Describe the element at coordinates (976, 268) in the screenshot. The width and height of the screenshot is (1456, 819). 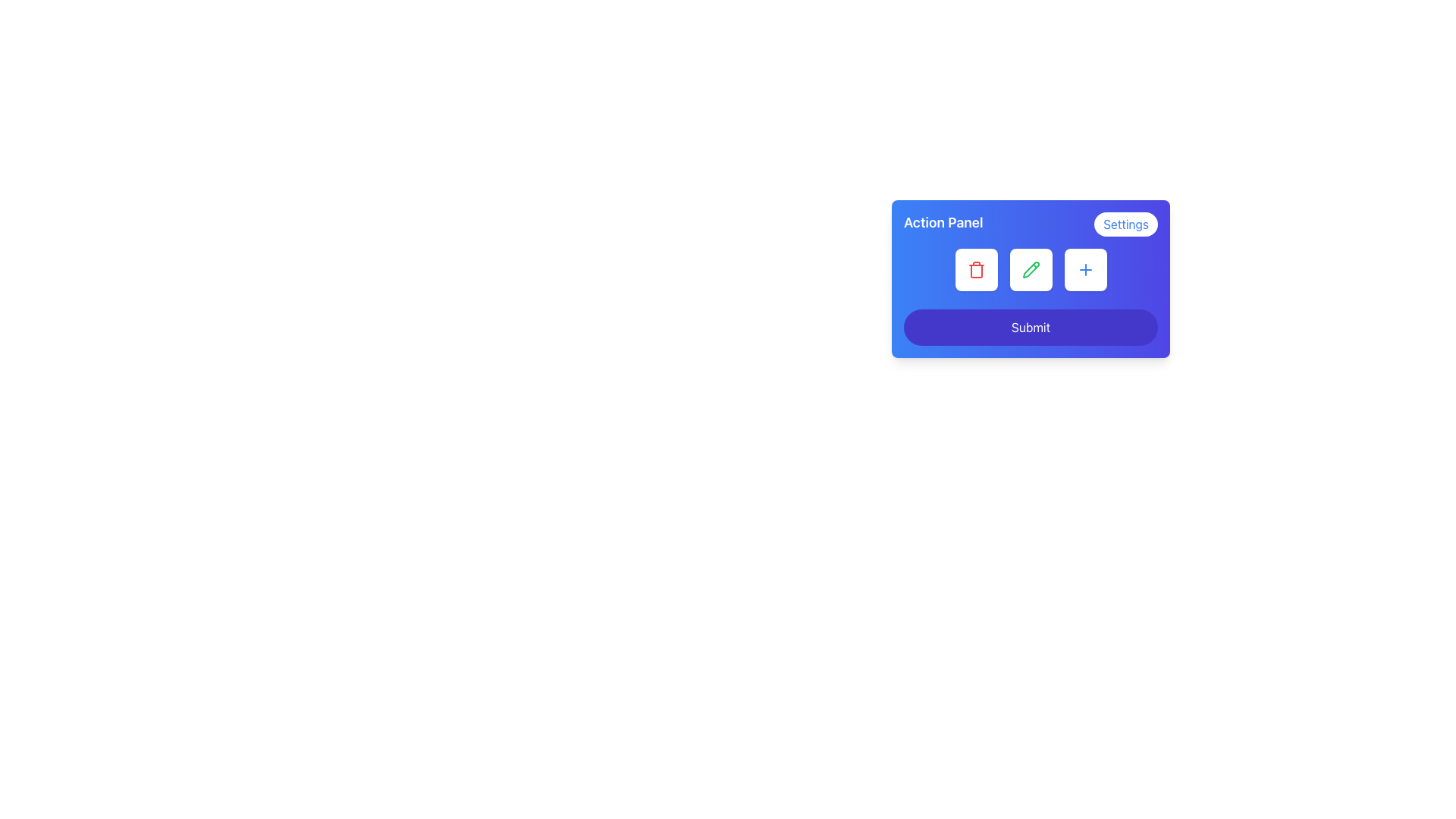
I see `the red trash icon, which is the first icon in a horizontally aligned group of three icons` at that location.